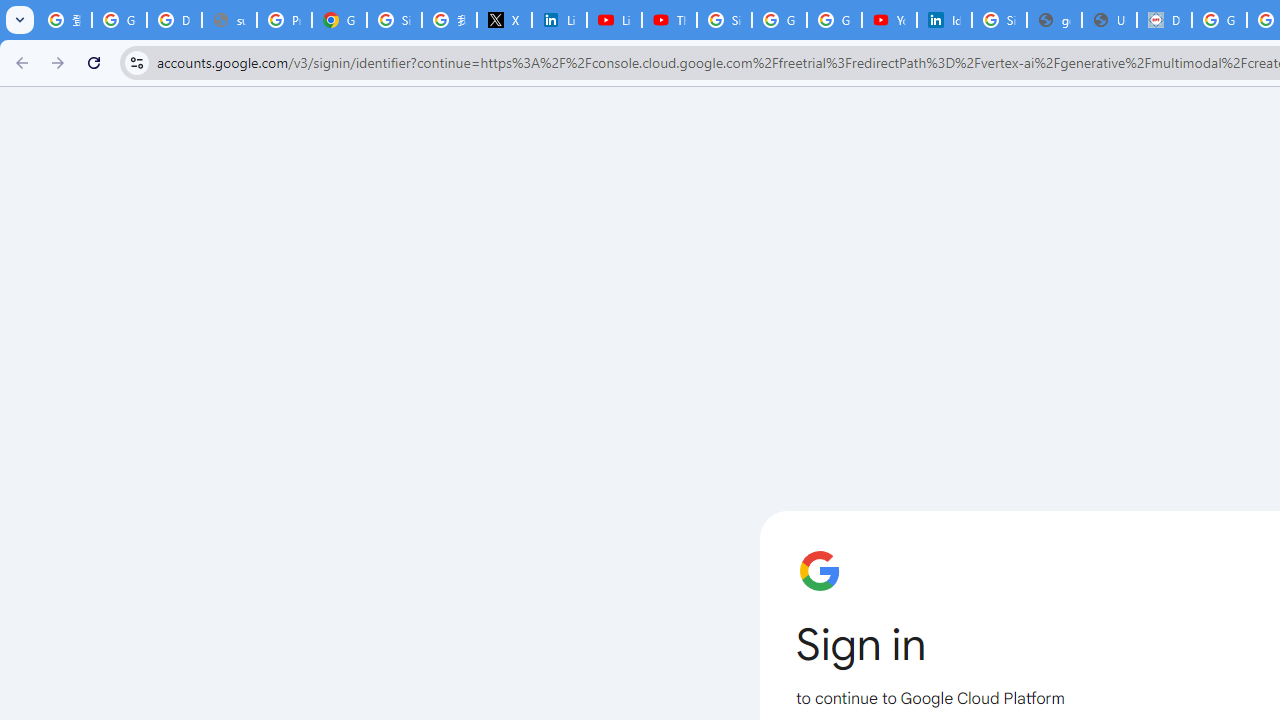 The image size is (1280, 720). I want to click on 'google_privacy_policy_en.pdf', so click(1053, 20).